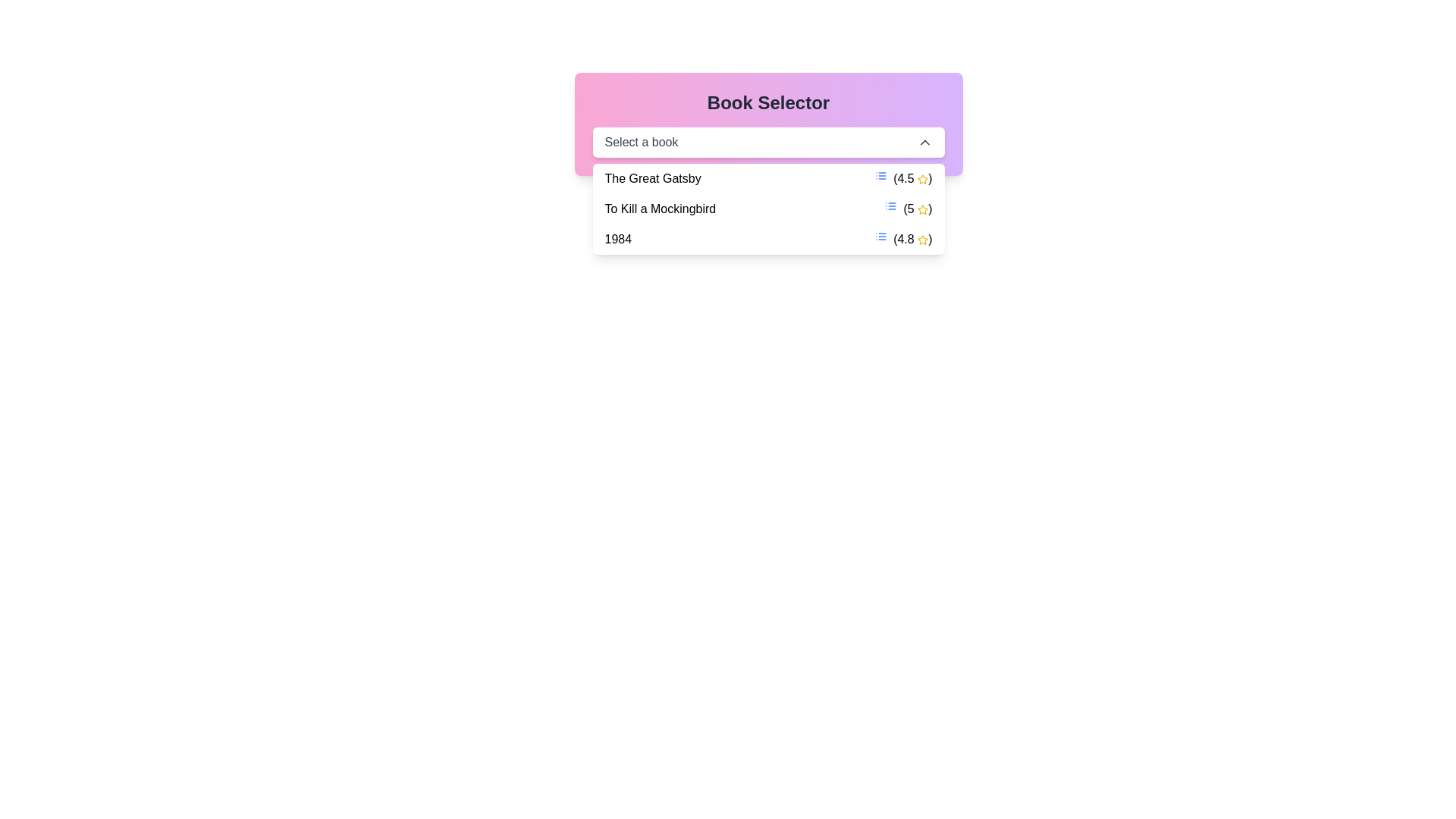 The image size is (1456, 819). I want to click on the rating indicator icon for 'The Great Gatsby' positioned to the right of the rating text '(4.5)' in the Book Selector dropdown, so click(922, 178).